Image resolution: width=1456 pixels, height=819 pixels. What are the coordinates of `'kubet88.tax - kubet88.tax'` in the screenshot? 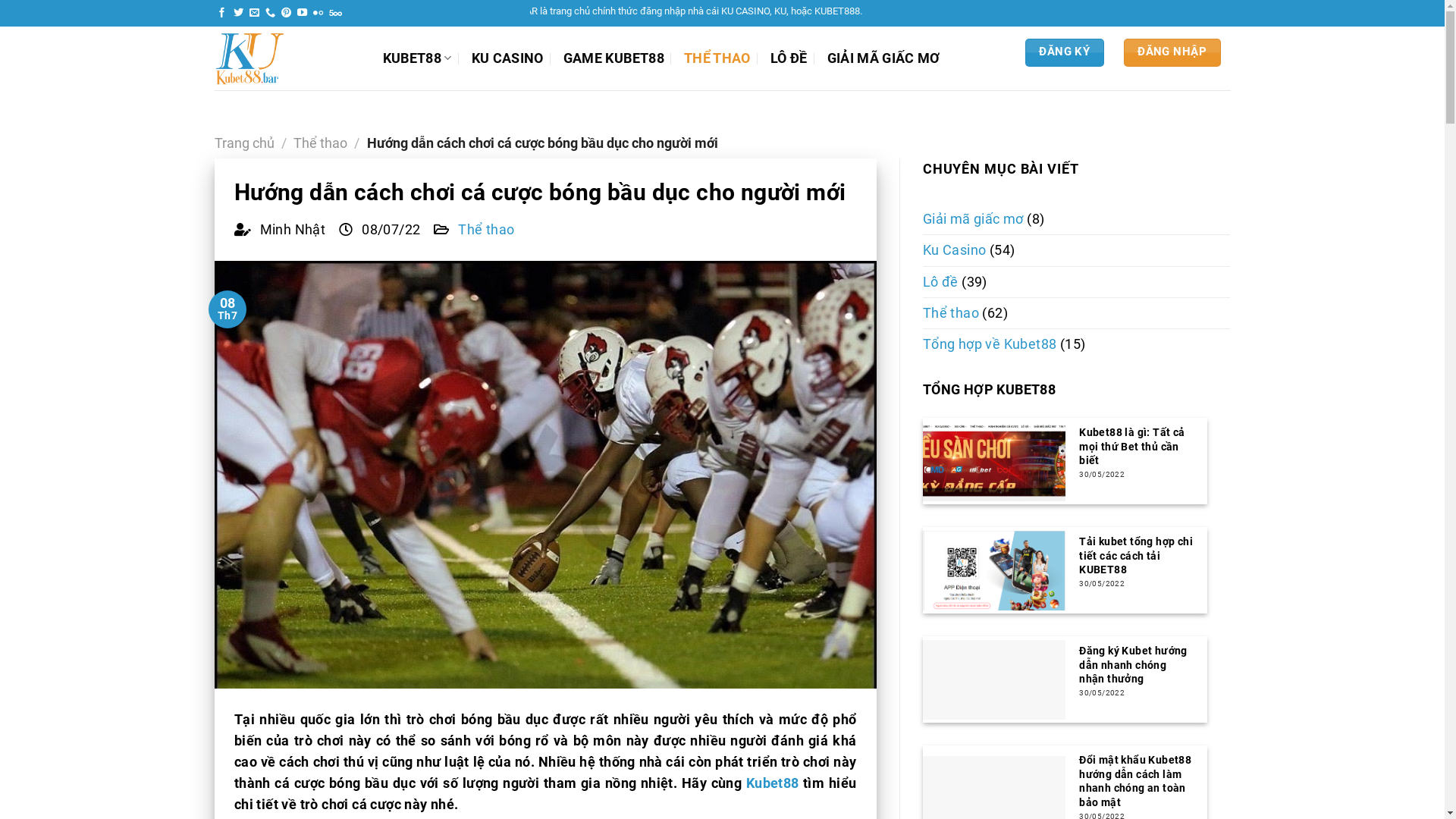 It's located at (287, 58).